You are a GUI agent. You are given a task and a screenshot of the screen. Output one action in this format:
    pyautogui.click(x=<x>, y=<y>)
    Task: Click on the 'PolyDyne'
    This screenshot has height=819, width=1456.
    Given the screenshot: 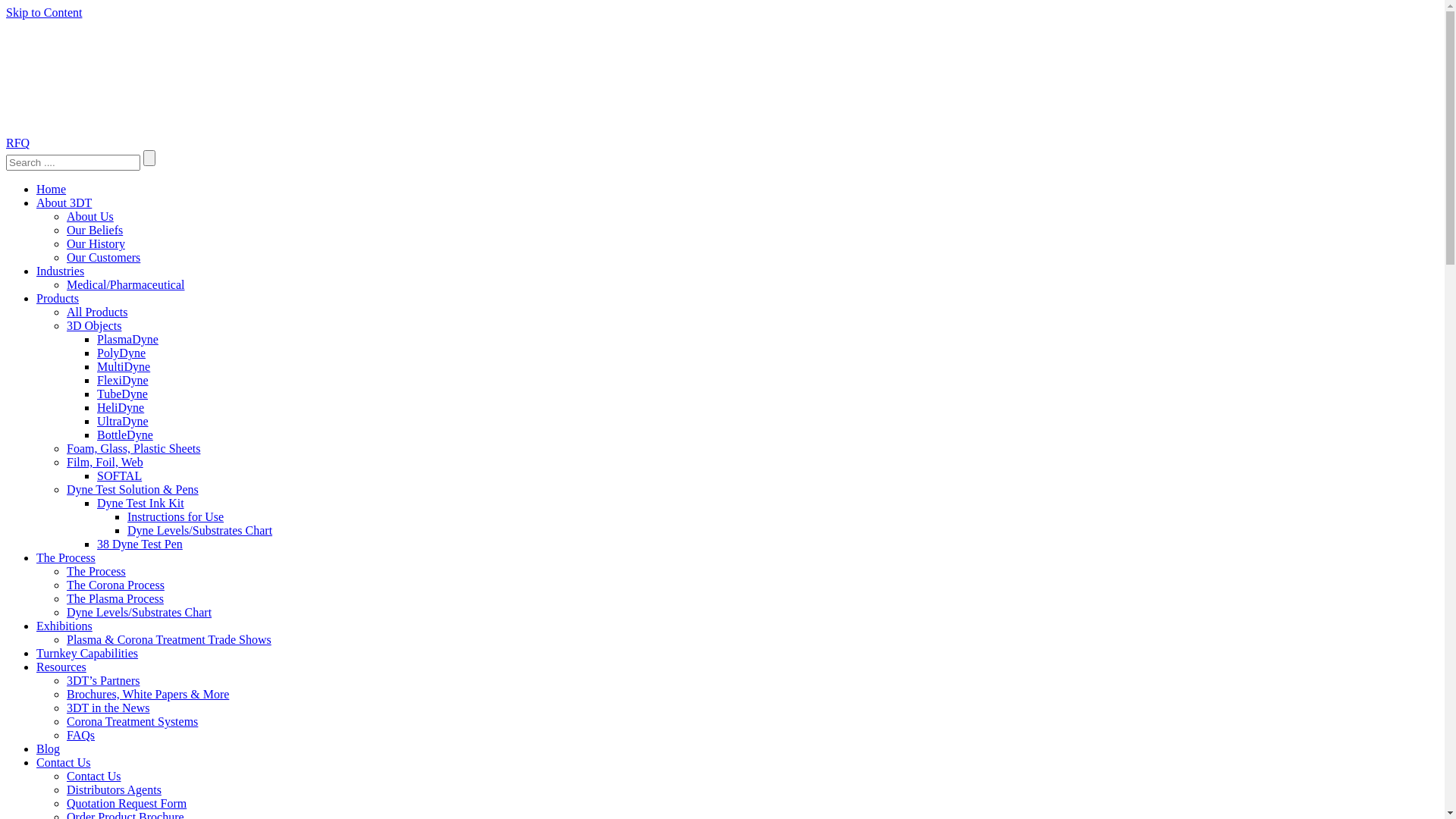 What is the action you would take?
    pyautogui.click(x=120, y=353)
    